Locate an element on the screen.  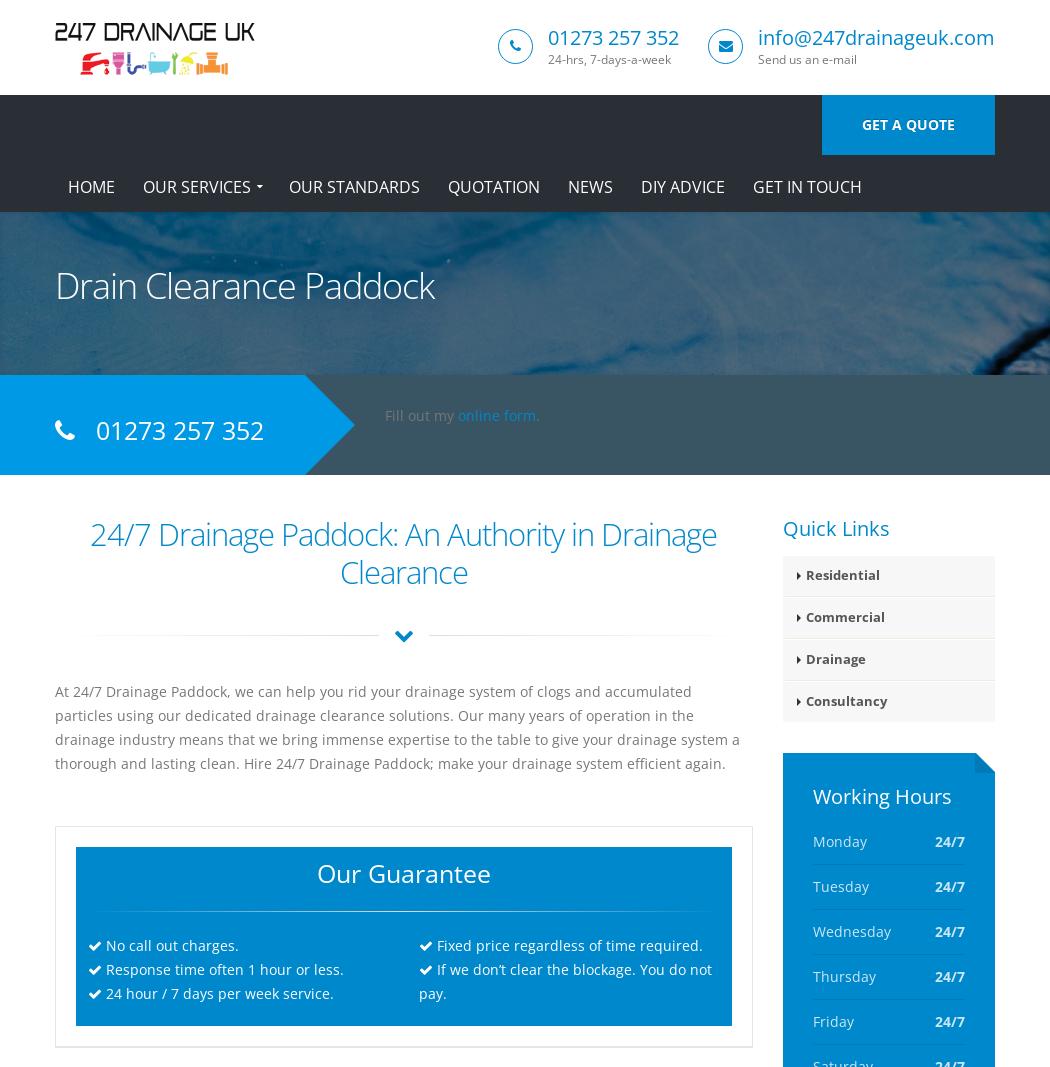
'.' is located at coordinates (538, 414).